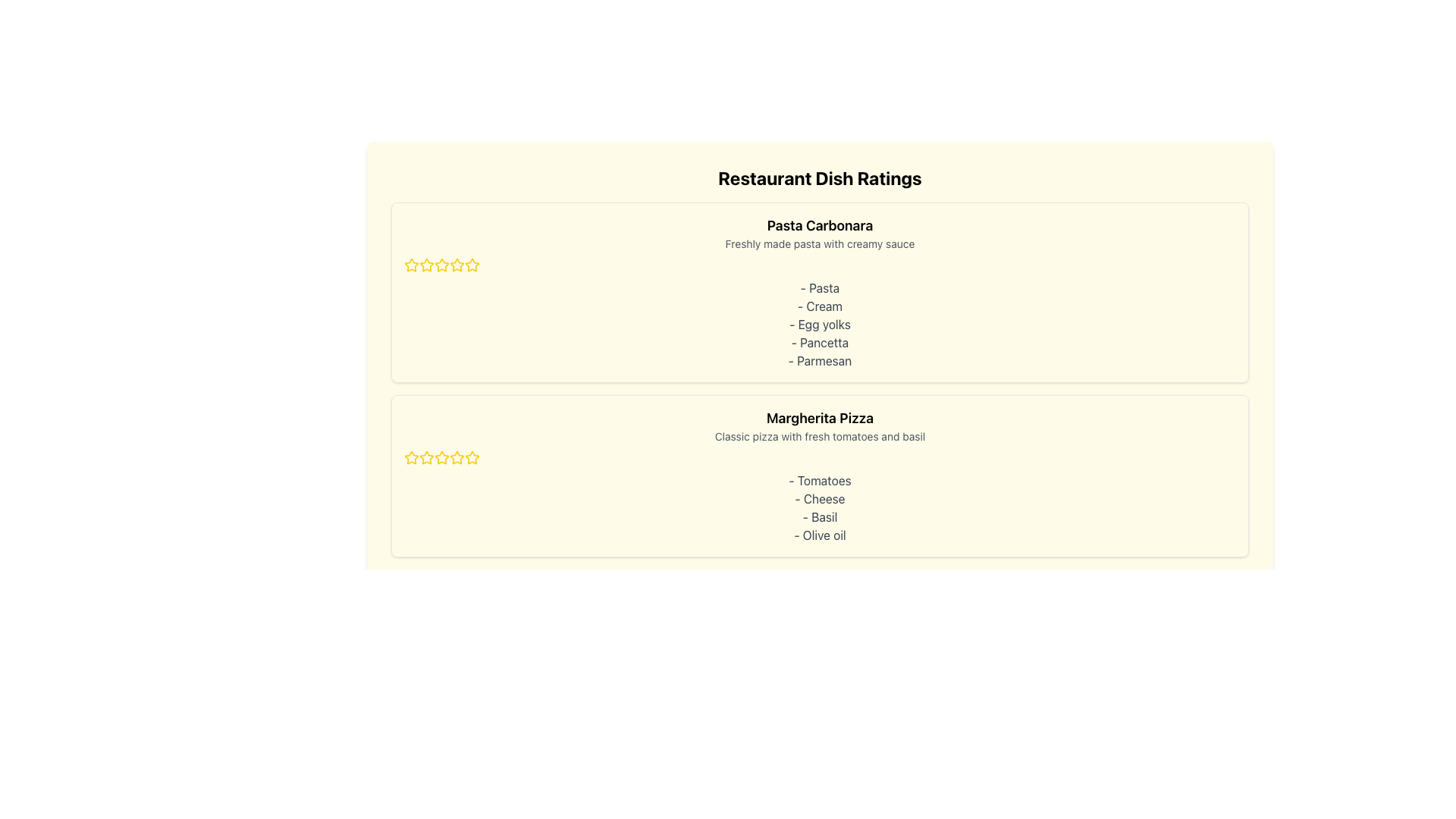 This screenshot has height=819, width=1456. I want to click on the text label displaying '- Basil', which is the third item in the list under the 'Margherita Pizza' section, so click(819, 516).